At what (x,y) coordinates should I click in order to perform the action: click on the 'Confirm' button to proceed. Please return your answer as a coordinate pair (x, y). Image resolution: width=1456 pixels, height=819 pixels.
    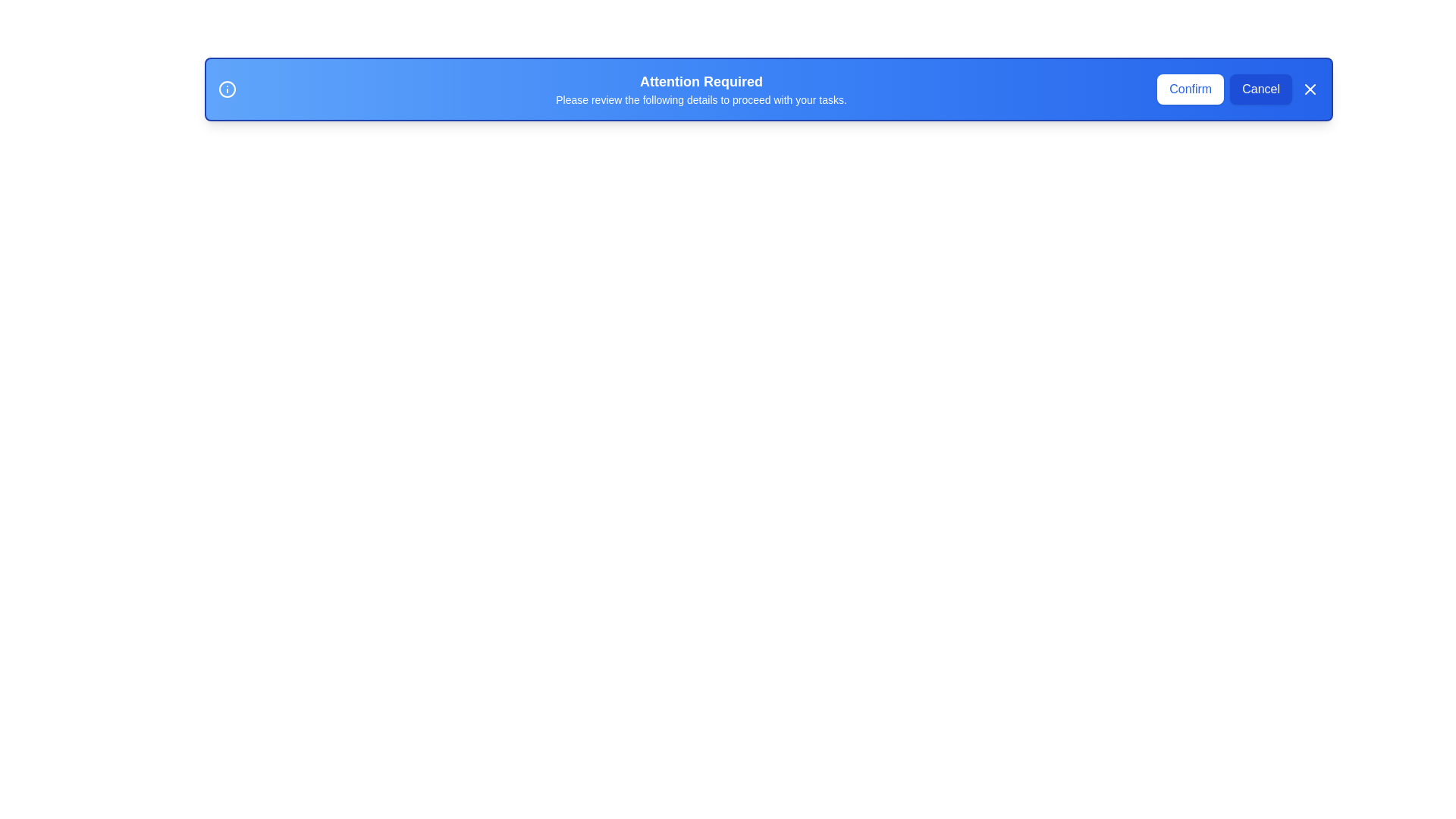
    Looking at the image, I should click on (1189, 89).